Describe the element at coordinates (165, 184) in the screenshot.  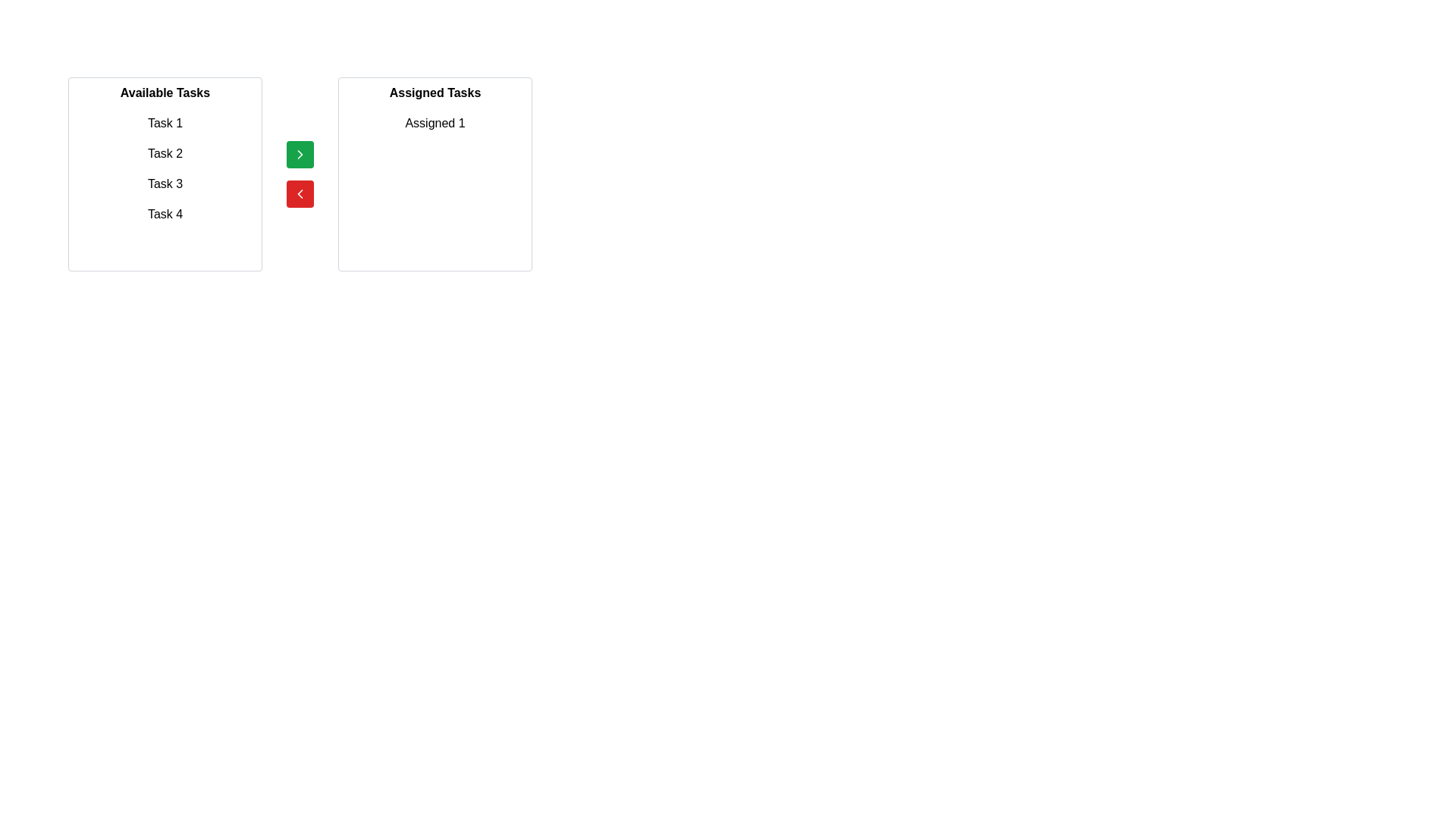
I see `the list item displaying the text 'Task 3'` at that location.